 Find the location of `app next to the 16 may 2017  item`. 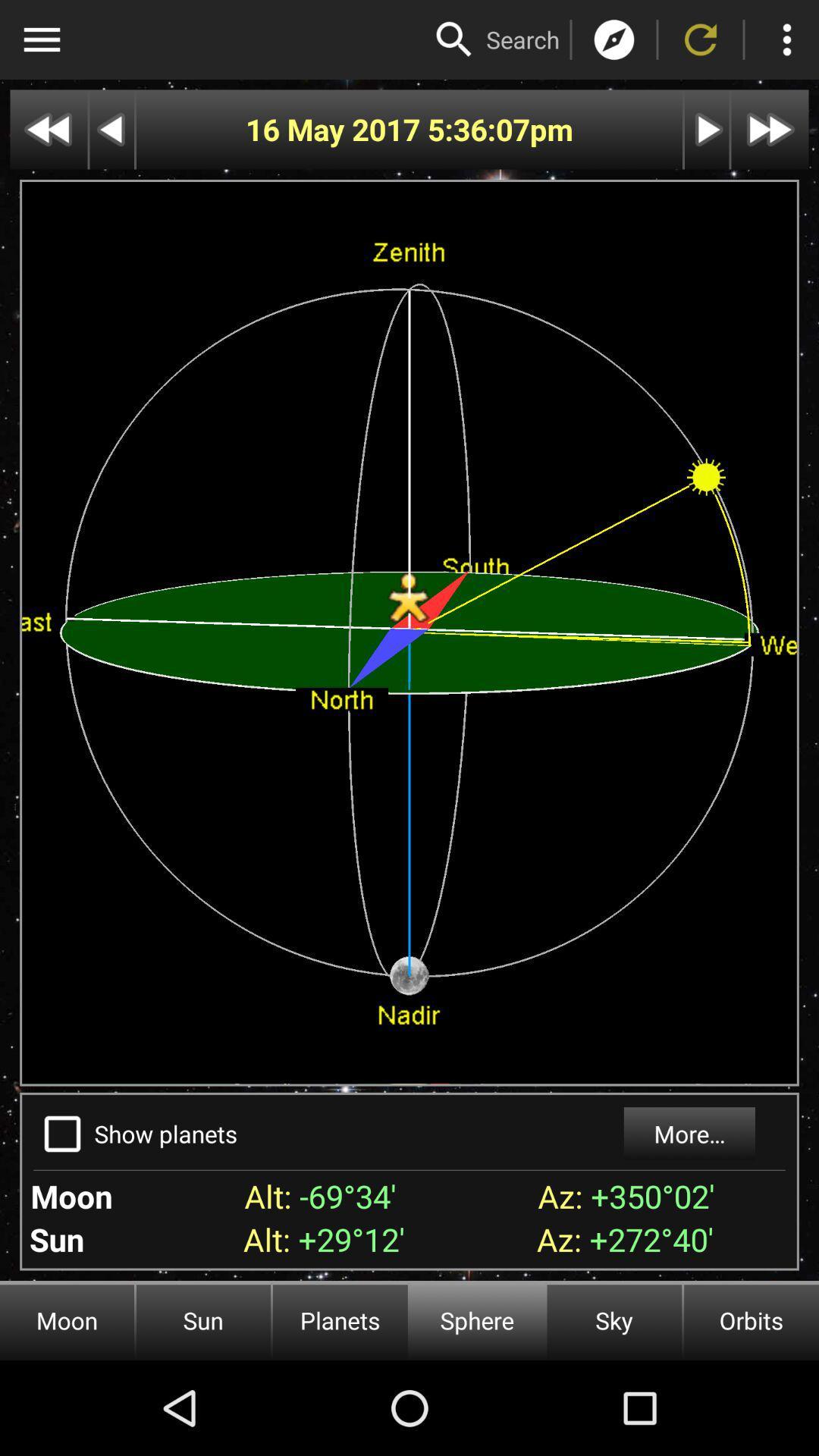

app next to the 16 may 2017  item is located at coordinates (479, 130).